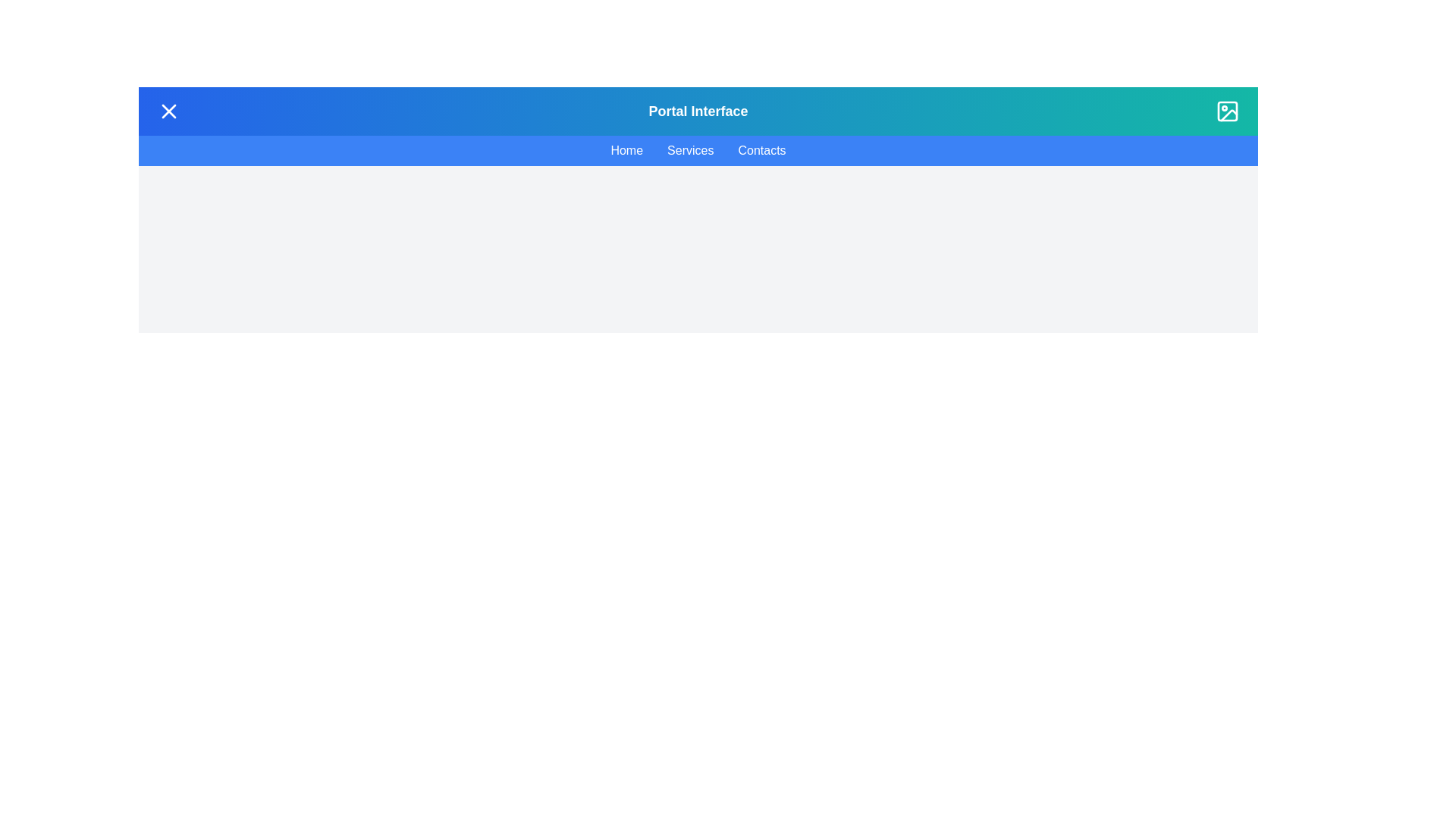 This screenshot has height=819, width=1456. I want to click on the button with the image icon to switch the displayed content, so click(1227, 110).